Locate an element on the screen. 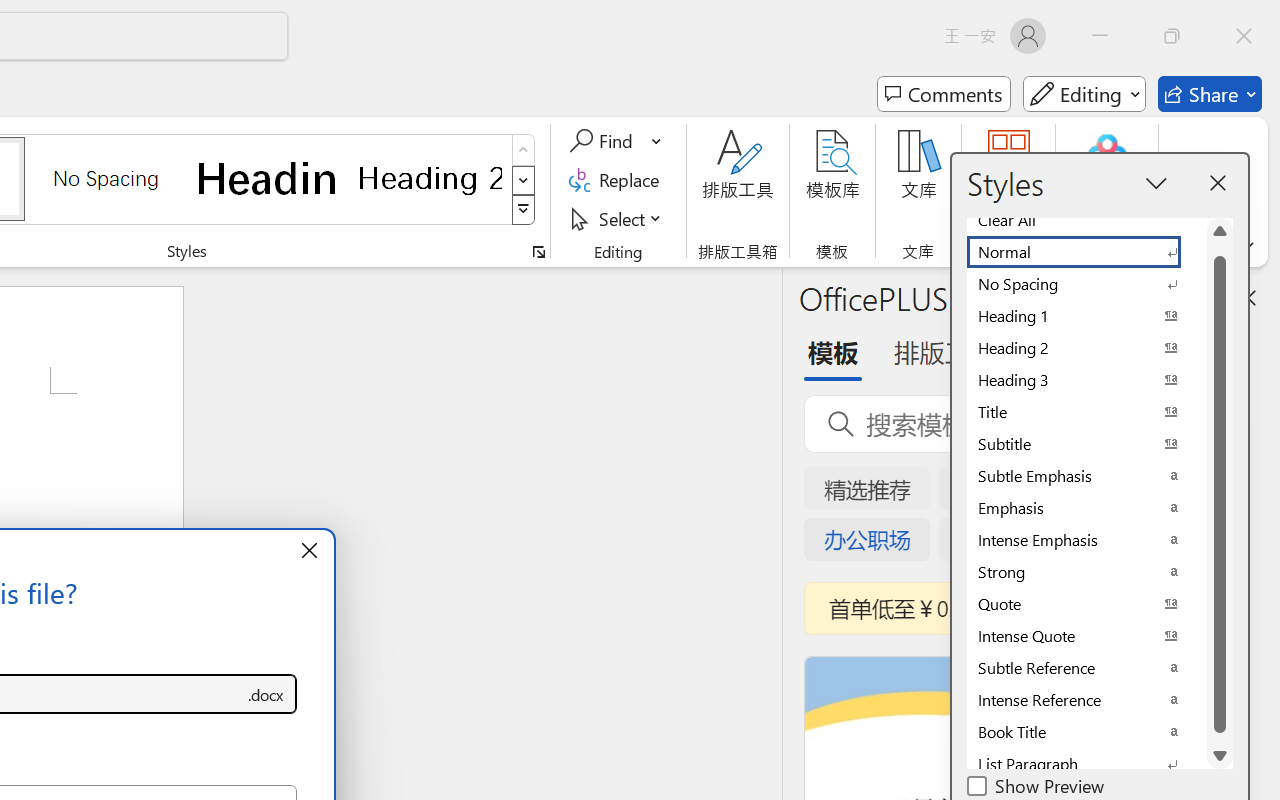 The image size is (1280, 800). 'Restore Down' is located at coordinates (1172, 35).